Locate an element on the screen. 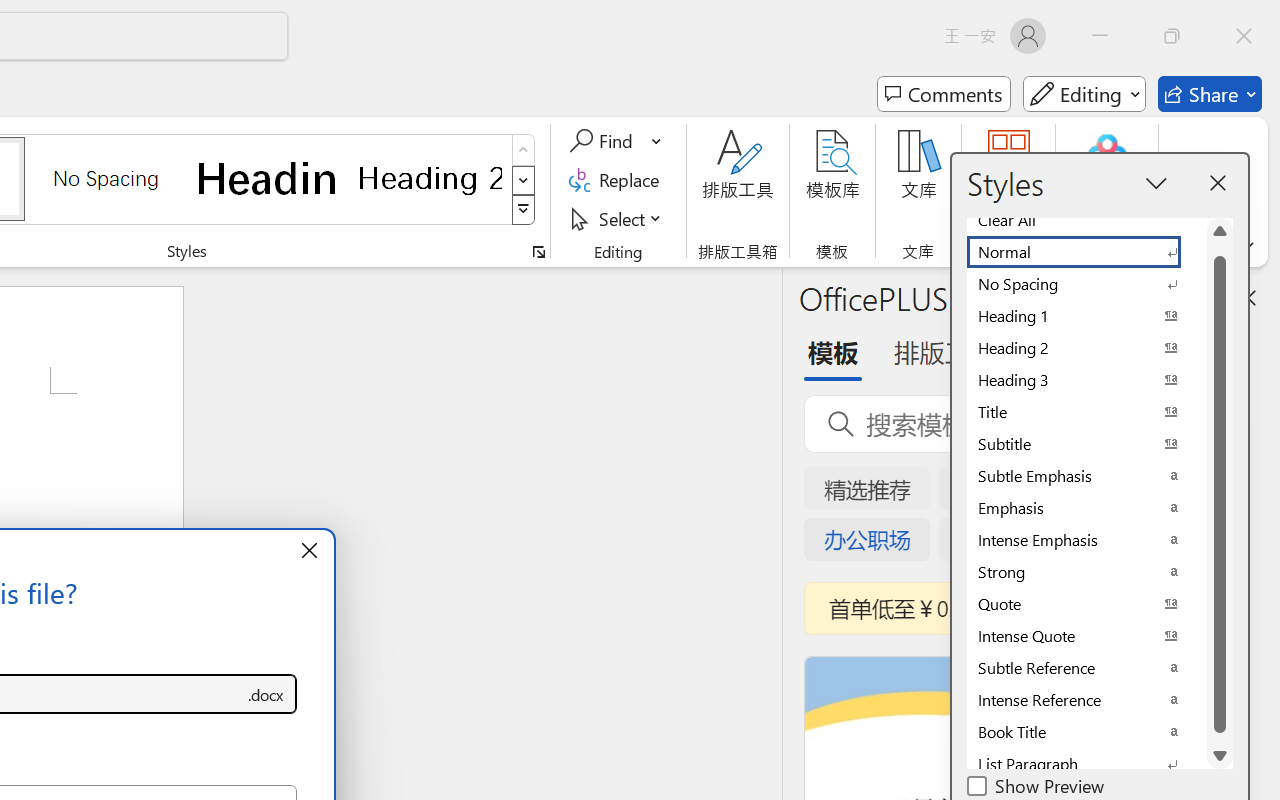 The image size is (1280, 800). 'Restore Down' is located at coordinates (1172, 35).